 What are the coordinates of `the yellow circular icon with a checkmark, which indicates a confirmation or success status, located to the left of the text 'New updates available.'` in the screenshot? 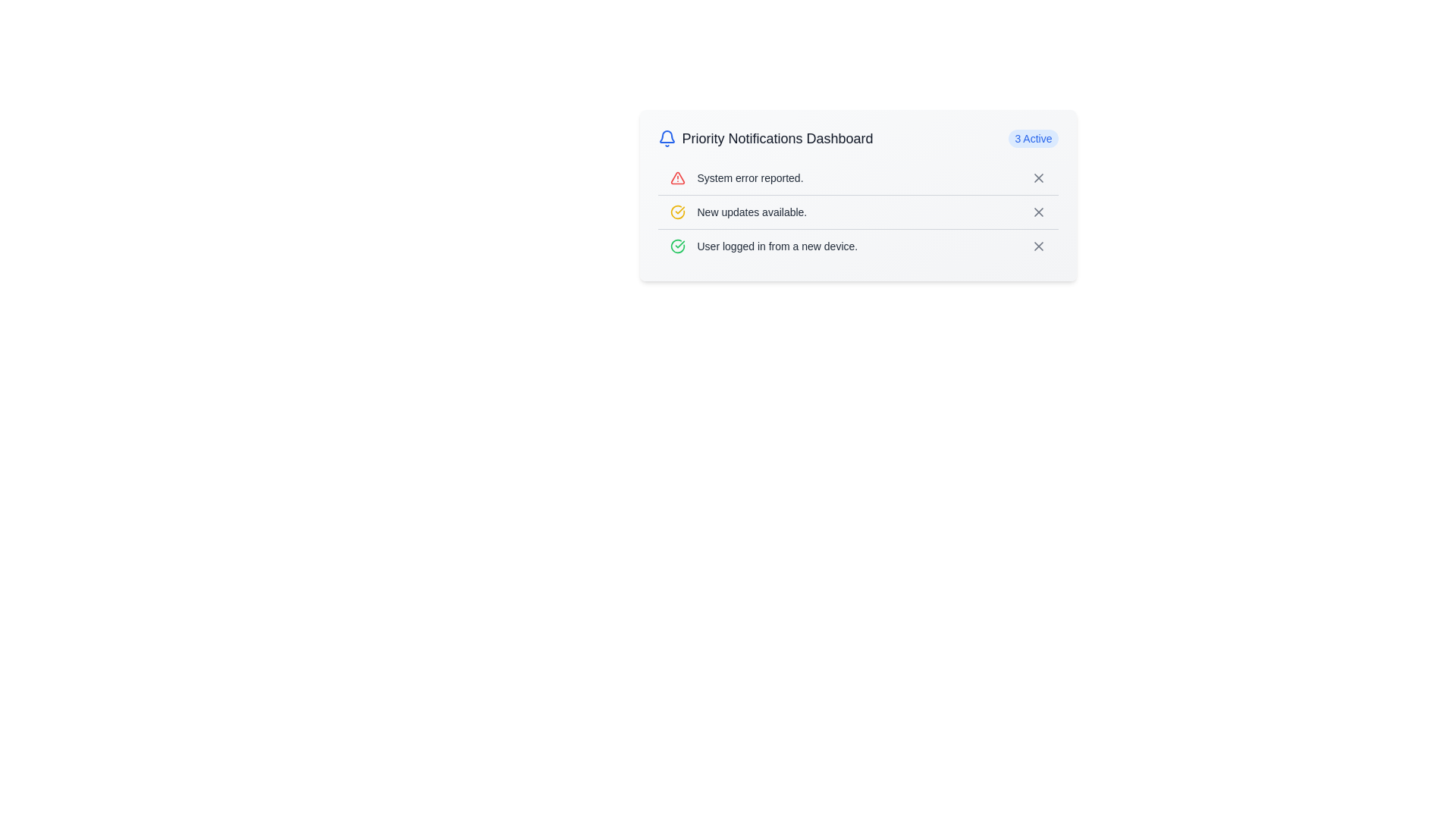 It's located at (676, 212).